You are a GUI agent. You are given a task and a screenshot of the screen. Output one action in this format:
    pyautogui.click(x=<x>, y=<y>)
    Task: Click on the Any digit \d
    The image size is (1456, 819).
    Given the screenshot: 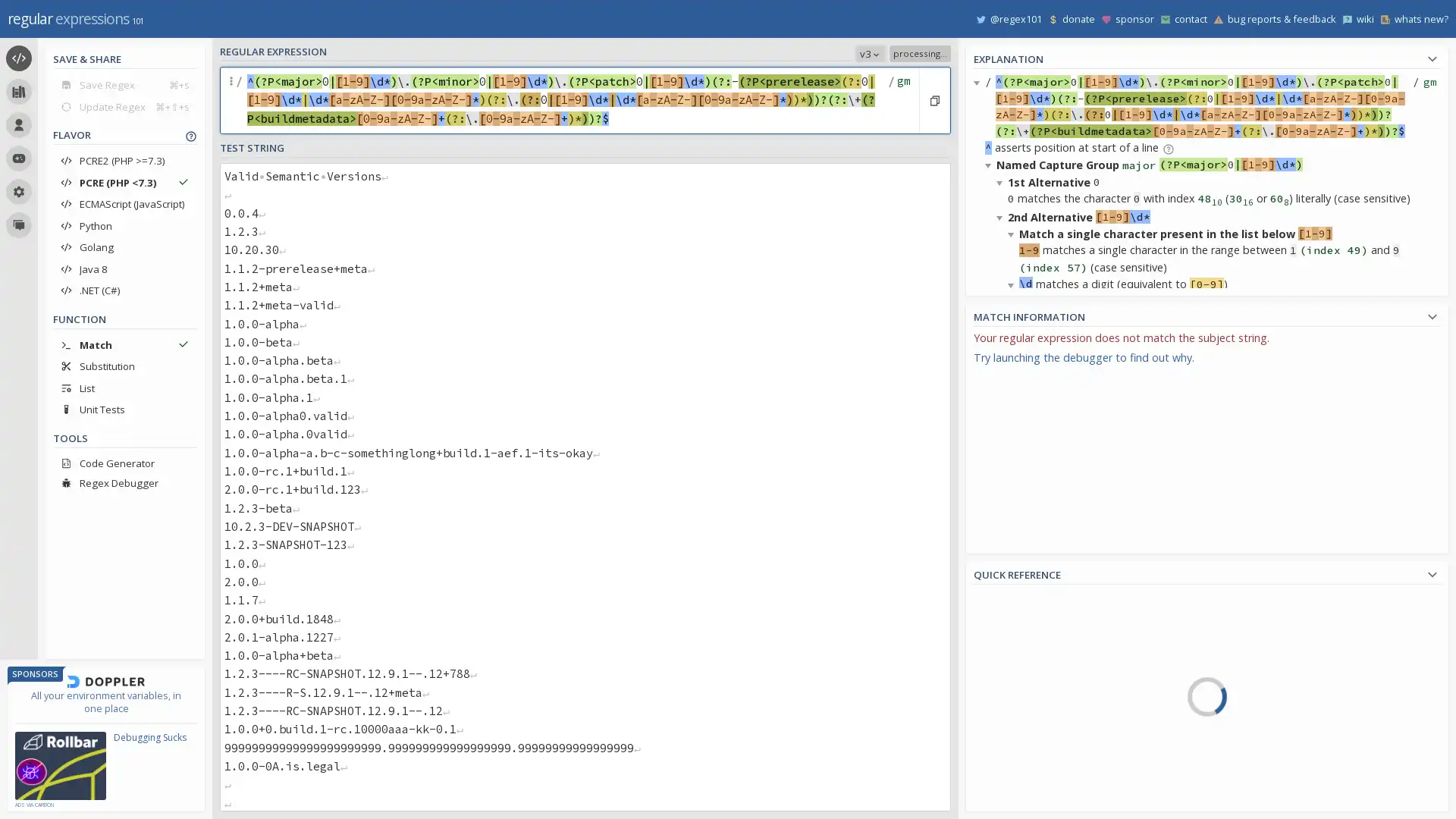 What is the action you would take?
    pyautogui.click(x=1282, y=794)
    